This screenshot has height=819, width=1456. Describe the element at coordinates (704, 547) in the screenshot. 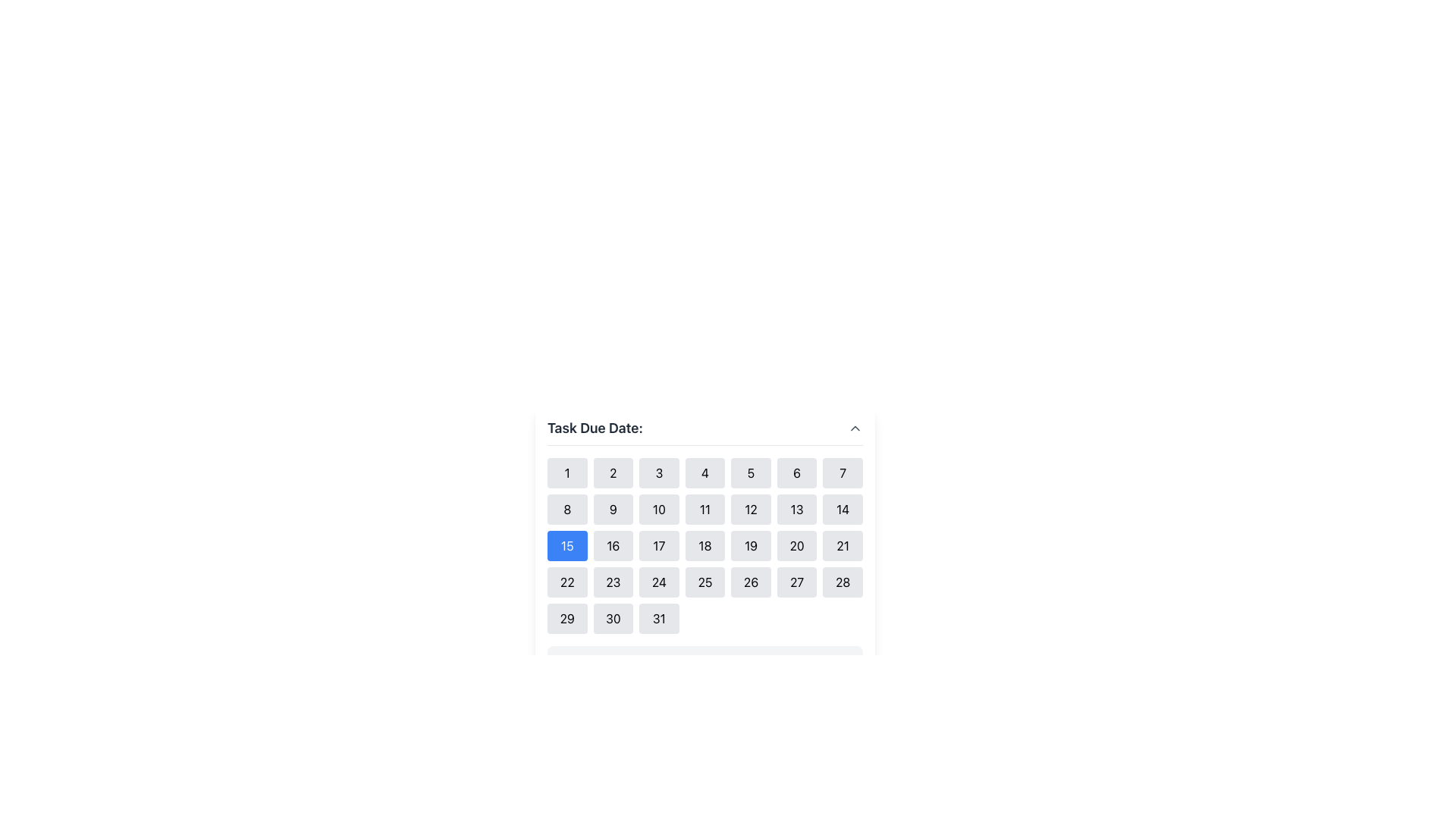

I see `the date selection button for the 18th within the calendar display, located in the third row and fourth column under 'Task Due Date:' in the modal dialogue box` at that location.